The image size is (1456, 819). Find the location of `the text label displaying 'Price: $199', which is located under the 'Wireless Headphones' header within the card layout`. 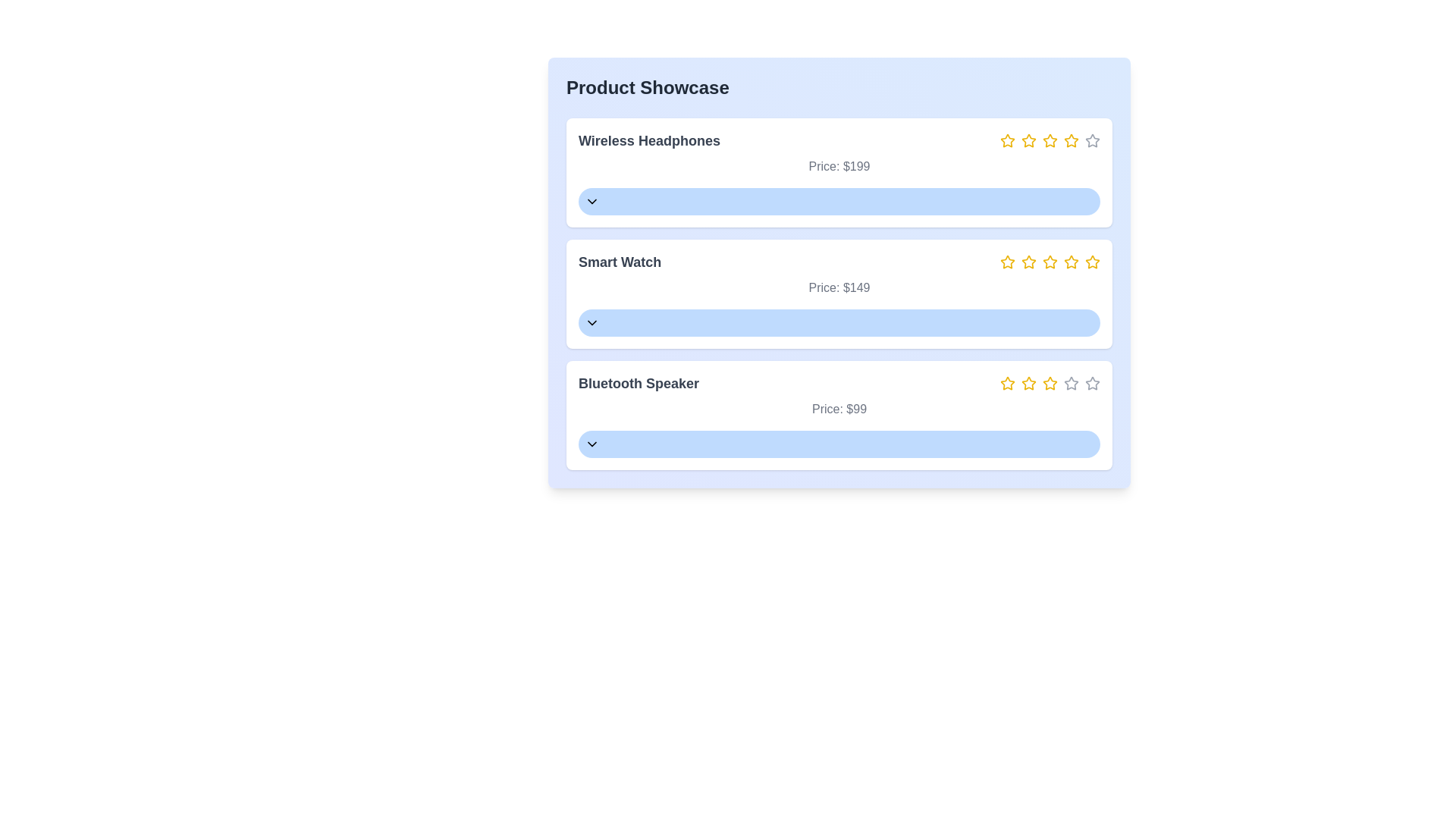

the text label displaying 'Price: $199', which is located under the 'Wireless Headphones' header within the card layout is located at coordinates (839, 166).